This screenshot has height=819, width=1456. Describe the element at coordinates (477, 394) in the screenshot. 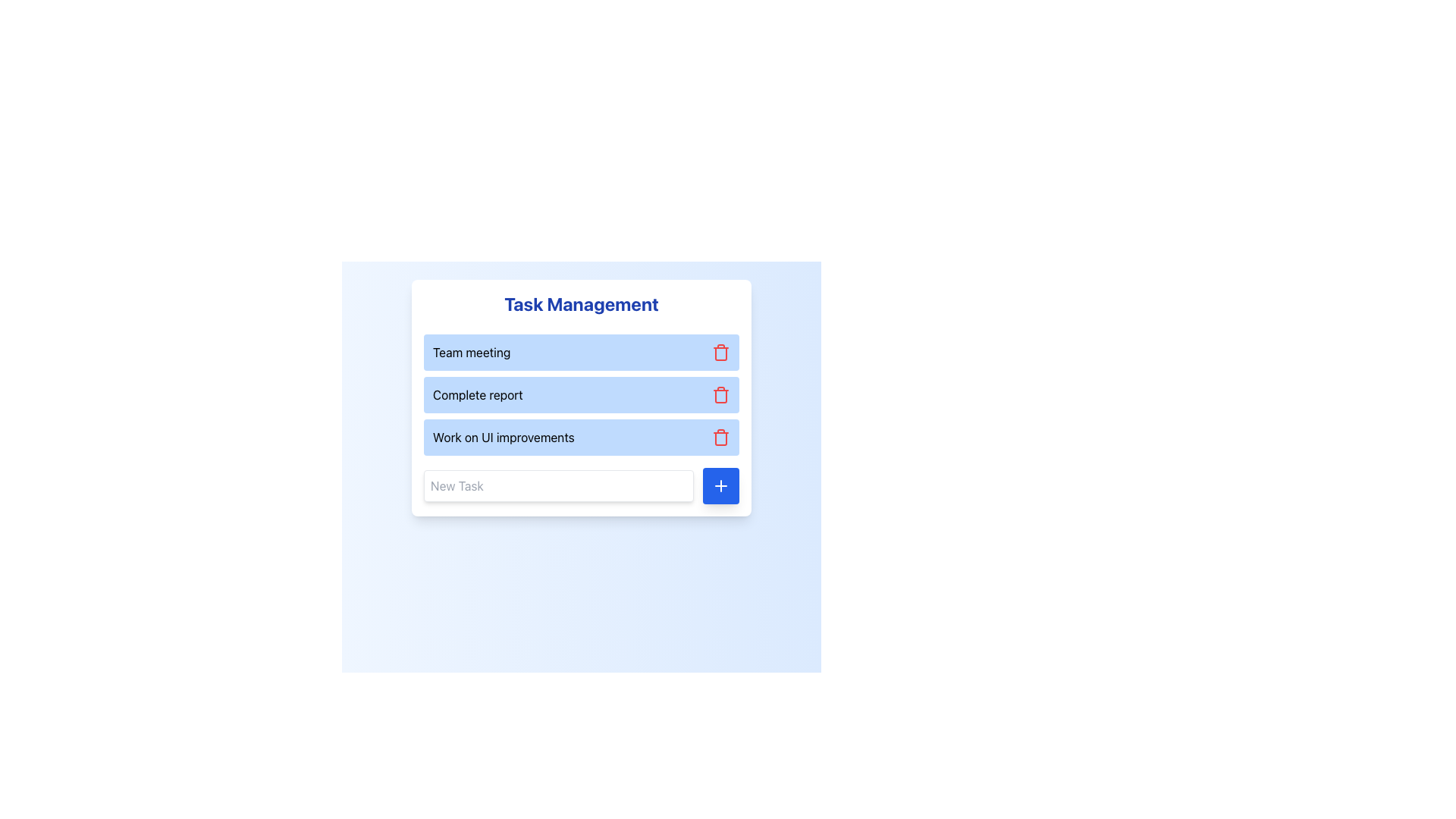

I see `the text label for the task titled 'Complete report' in the task management interface, which is the second item in a vertically aligned list of tasks` at that location.